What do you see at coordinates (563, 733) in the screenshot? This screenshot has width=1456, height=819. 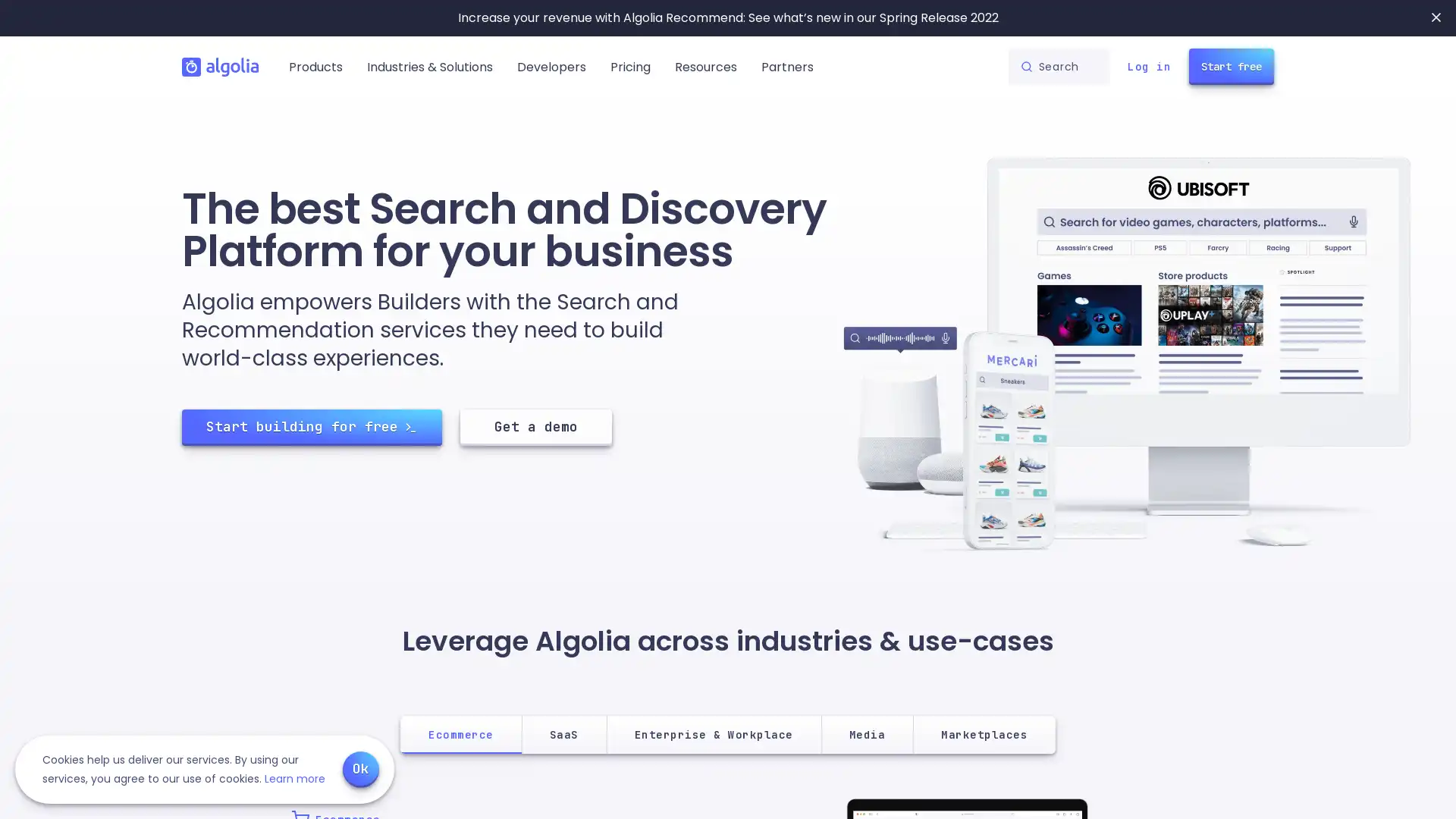 I see `SaaS` at bounding box center [563, 733].